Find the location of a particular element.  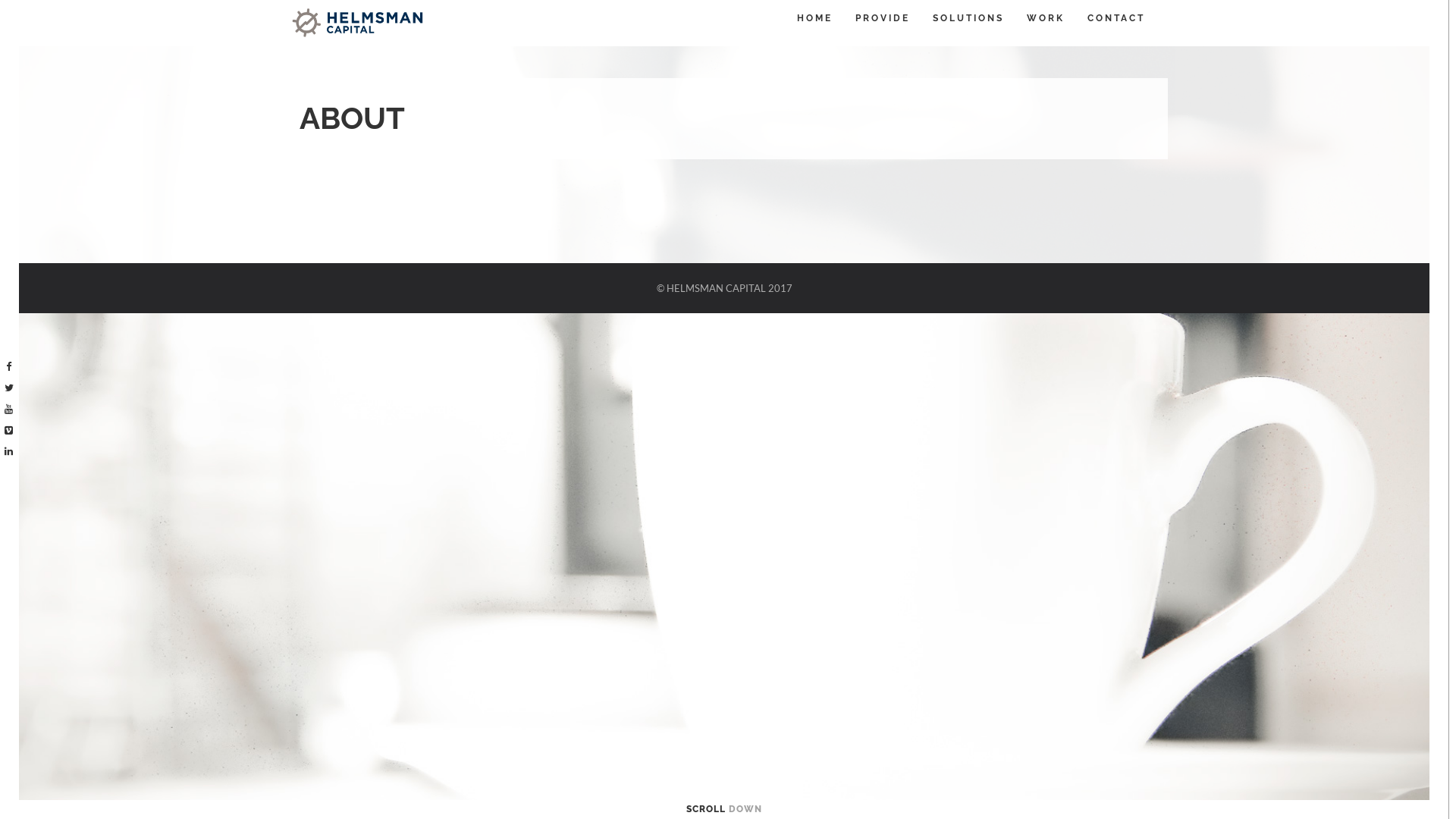

'SOLUTIONS' is located at coordinates (967, 17).